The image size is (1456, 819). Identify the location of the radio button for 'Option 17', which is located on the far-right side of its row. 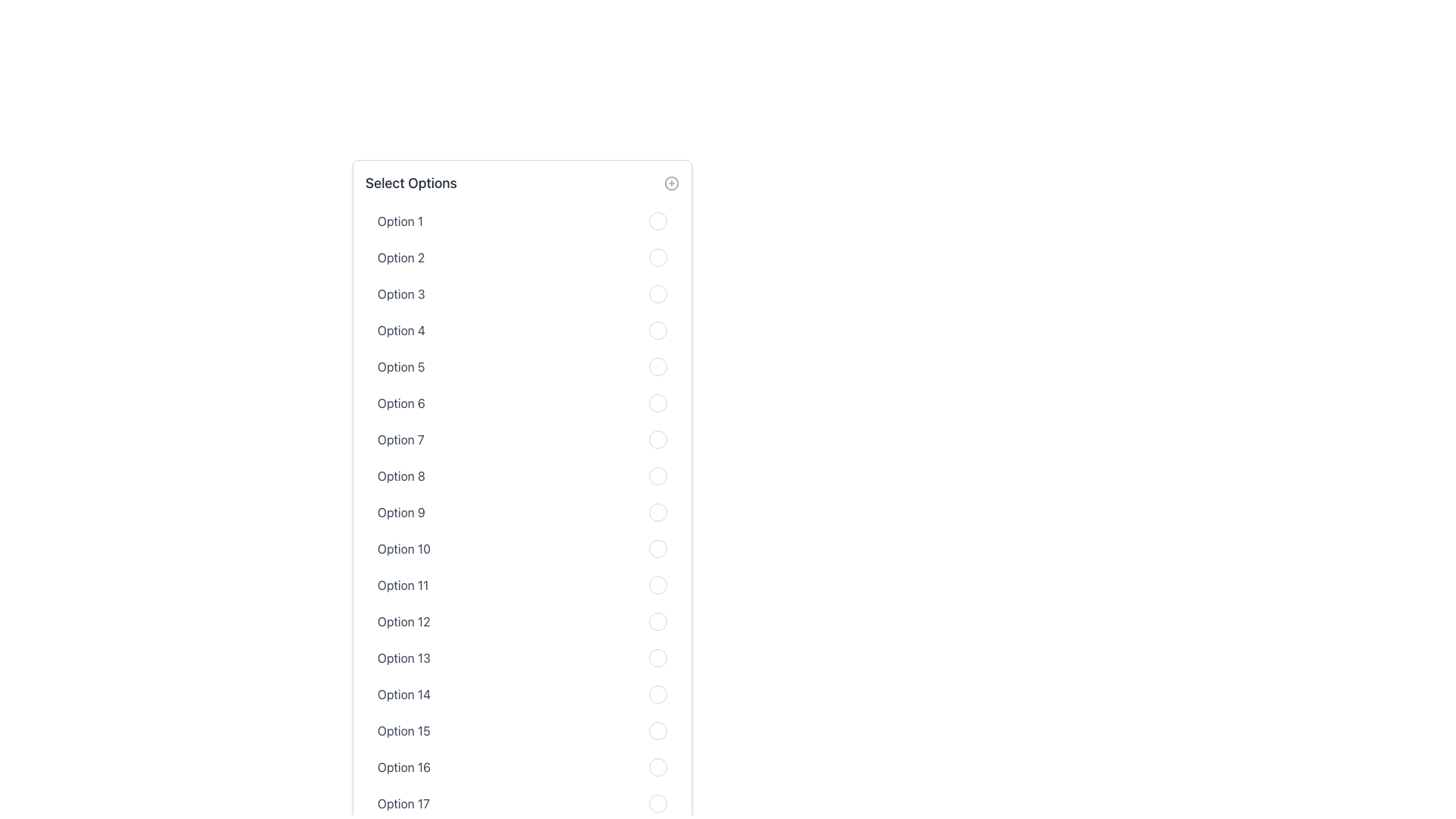
(658, 803).